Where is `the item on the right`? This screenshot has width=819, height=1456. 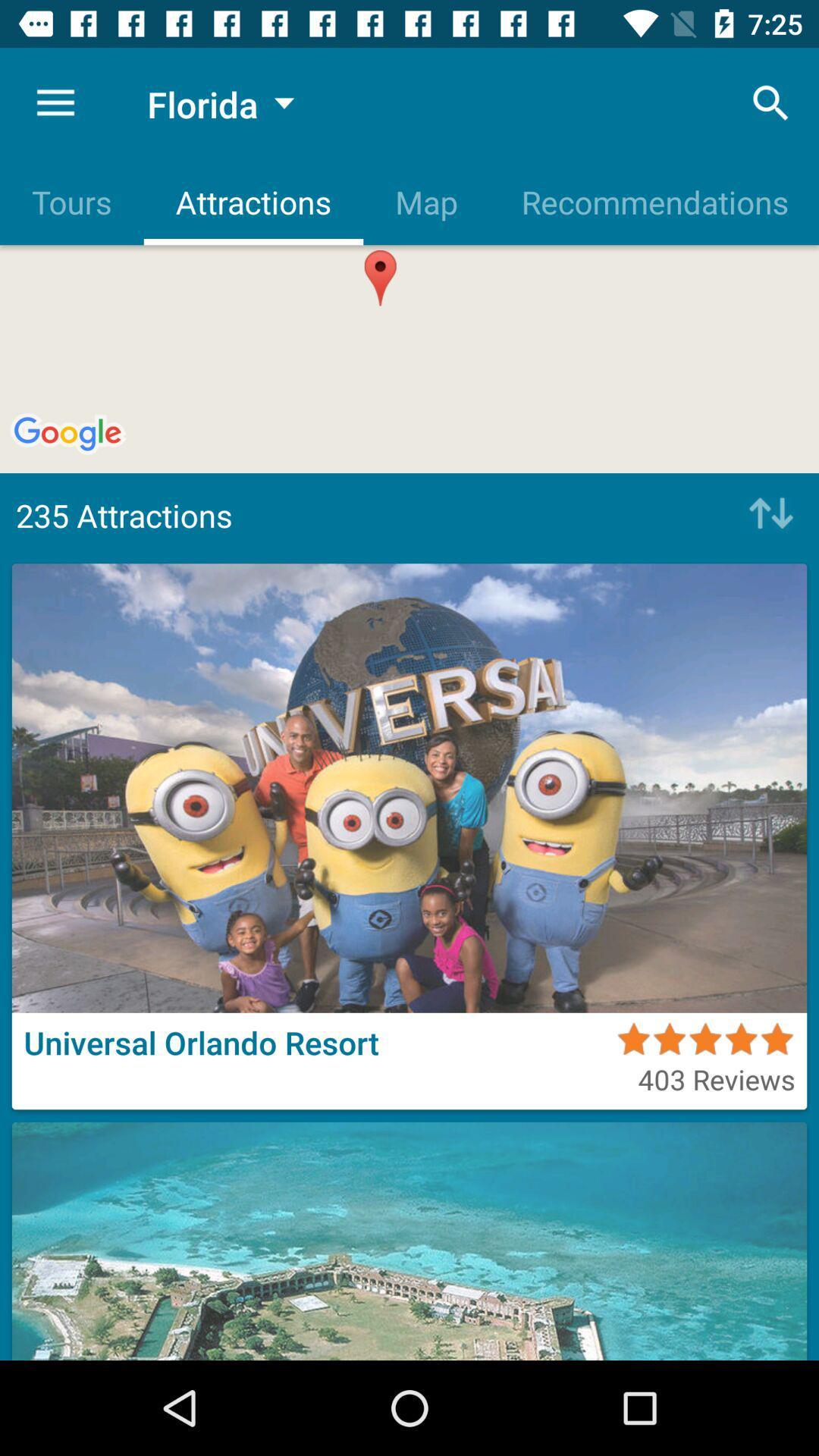 the item on the right is located at coordinates (767, 515).